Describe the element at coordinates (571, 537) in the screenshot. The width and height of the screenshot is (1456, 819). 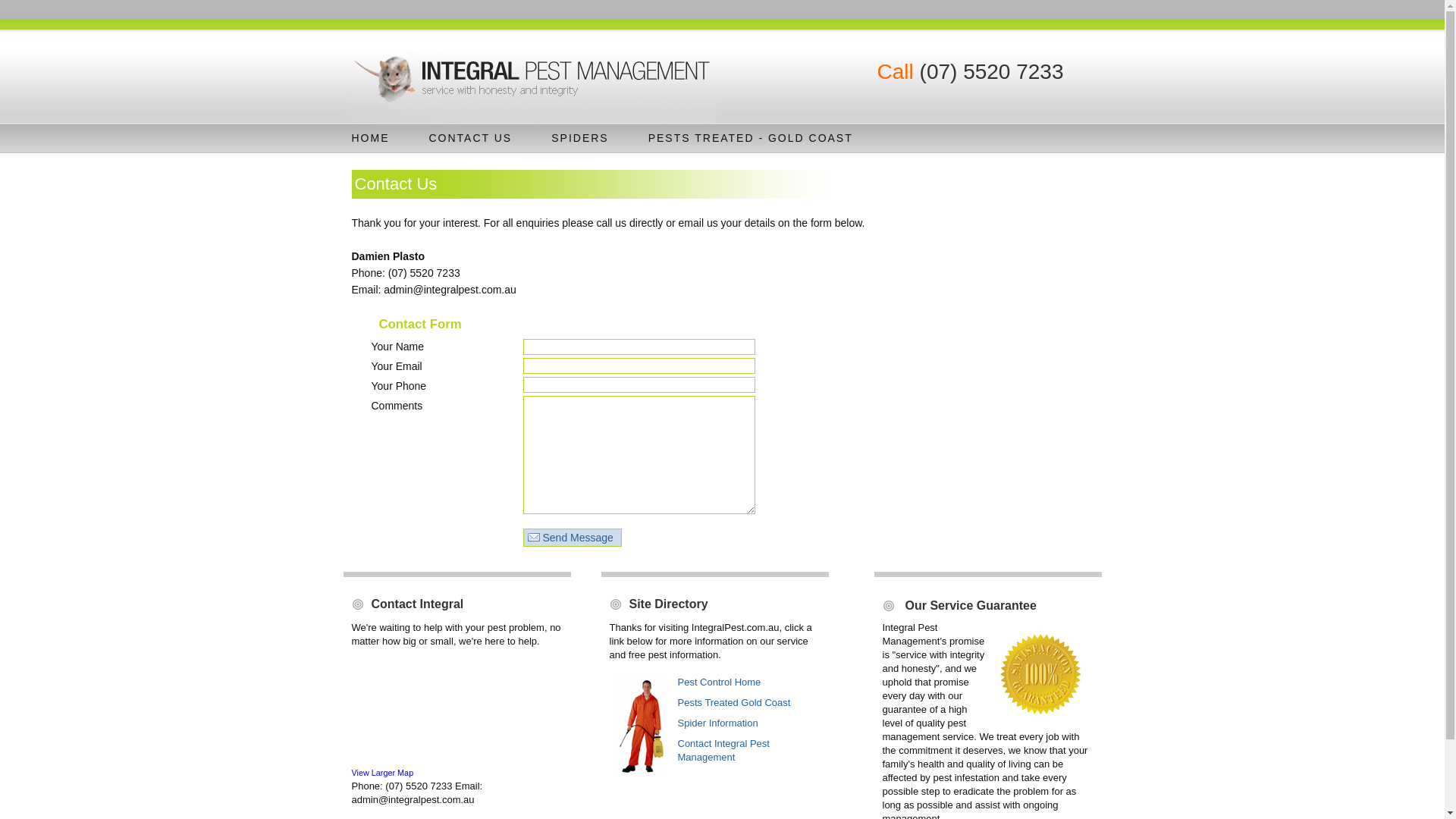
I see `'Send Message'` at that location.